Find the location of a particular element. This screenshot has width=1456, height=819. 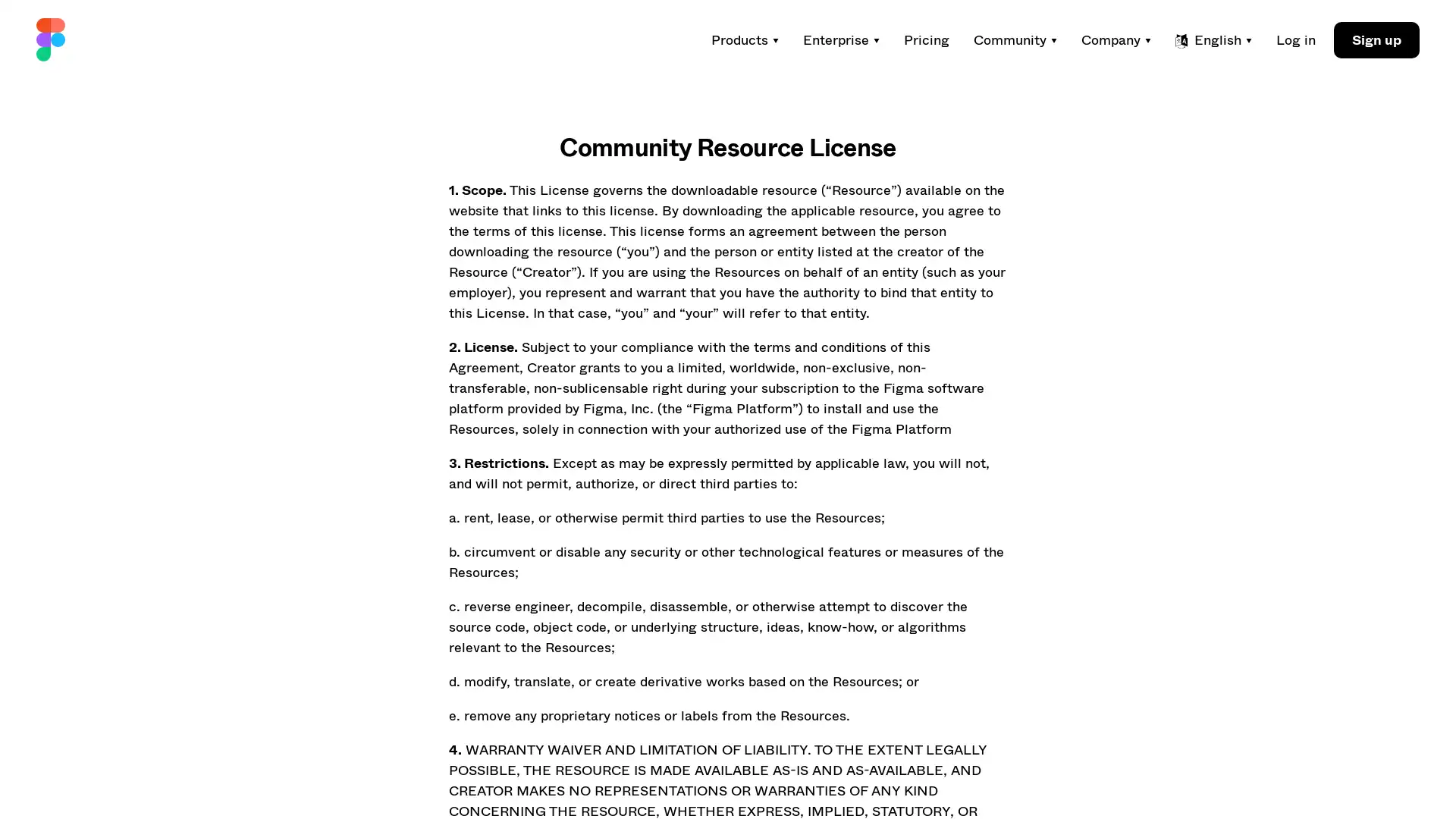

Log in is located at coordinates (1294, 38).